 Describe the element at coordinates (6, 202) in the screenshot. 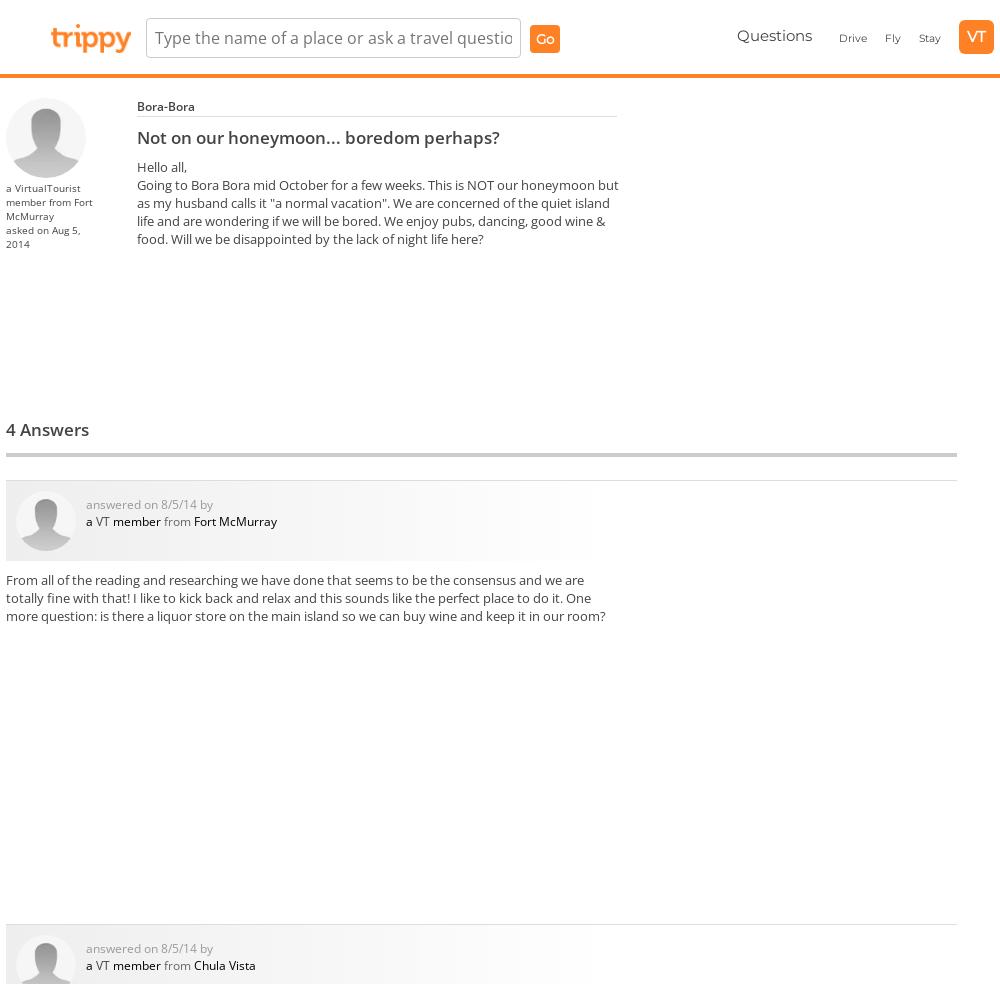

I see `'member'` at that location.